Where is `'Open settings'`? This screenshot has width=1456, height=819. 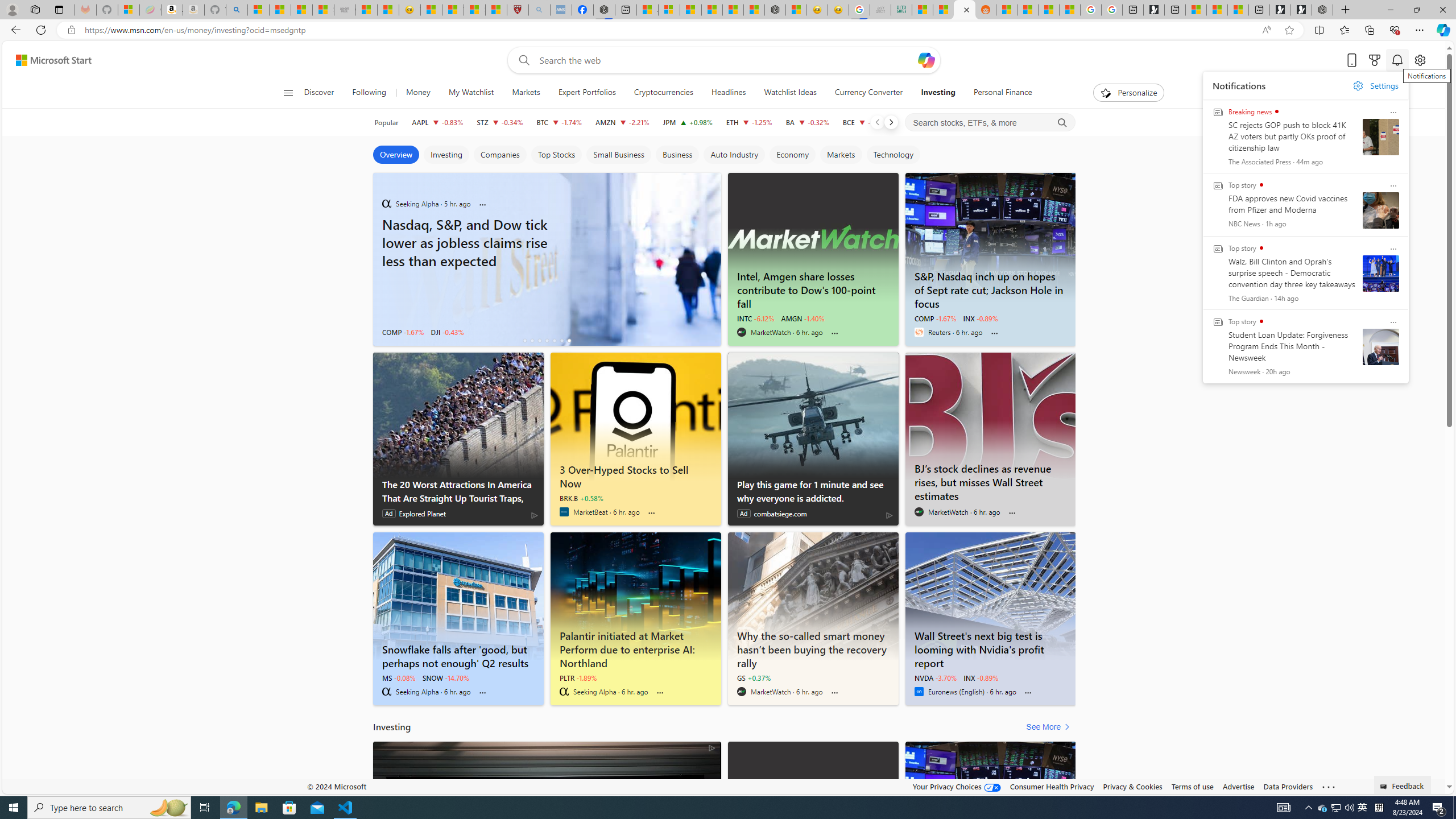
'Open settings' is located at coordinates (1420, 60).